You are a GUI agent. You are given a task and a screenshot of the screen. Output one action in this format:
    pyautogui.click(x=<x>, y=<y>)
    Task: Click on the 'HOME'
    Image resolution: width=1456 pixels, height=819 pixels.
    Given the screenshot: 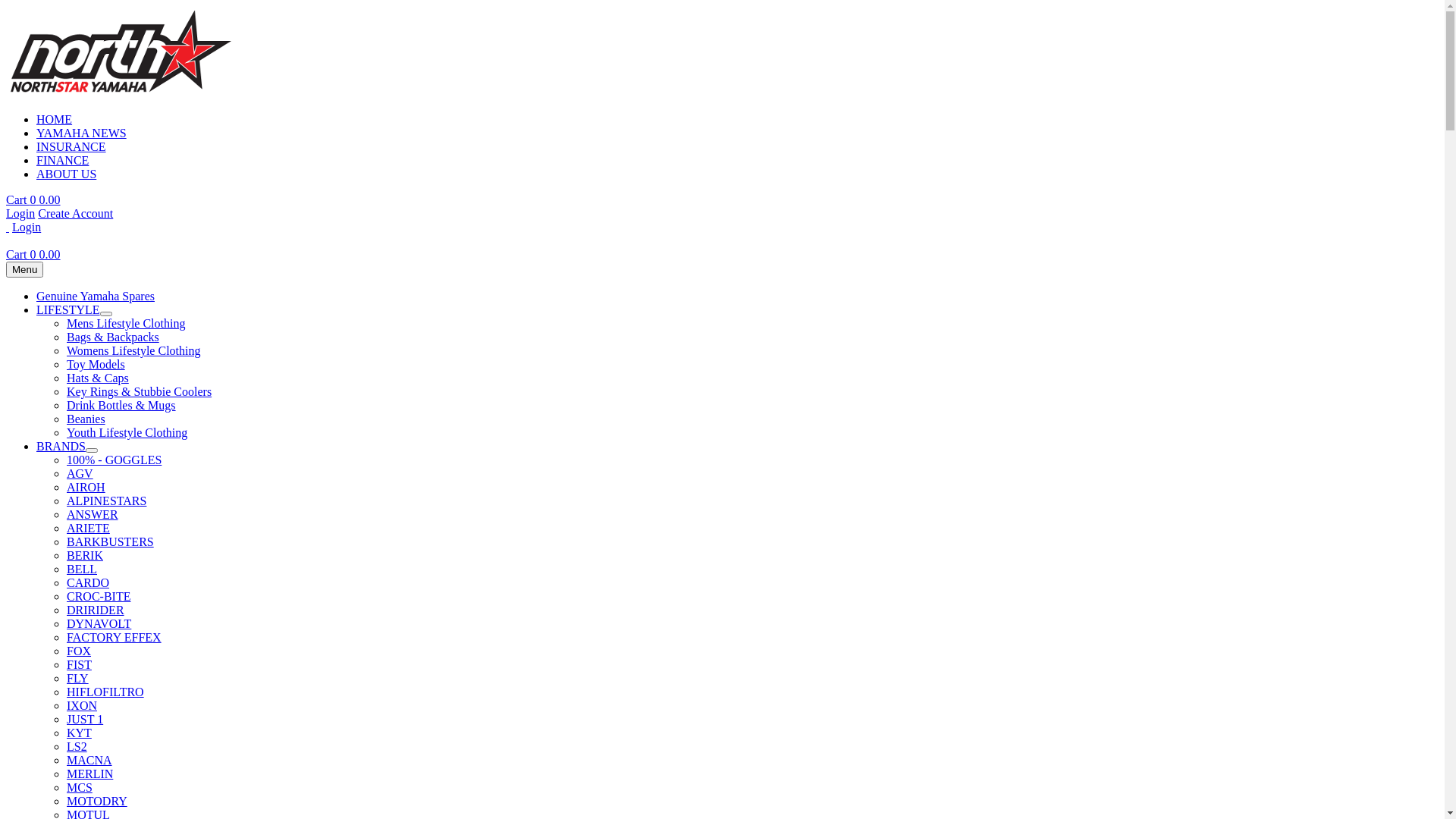 What is the action you would take?
    pyautogui.click(x=54, y=118)
    